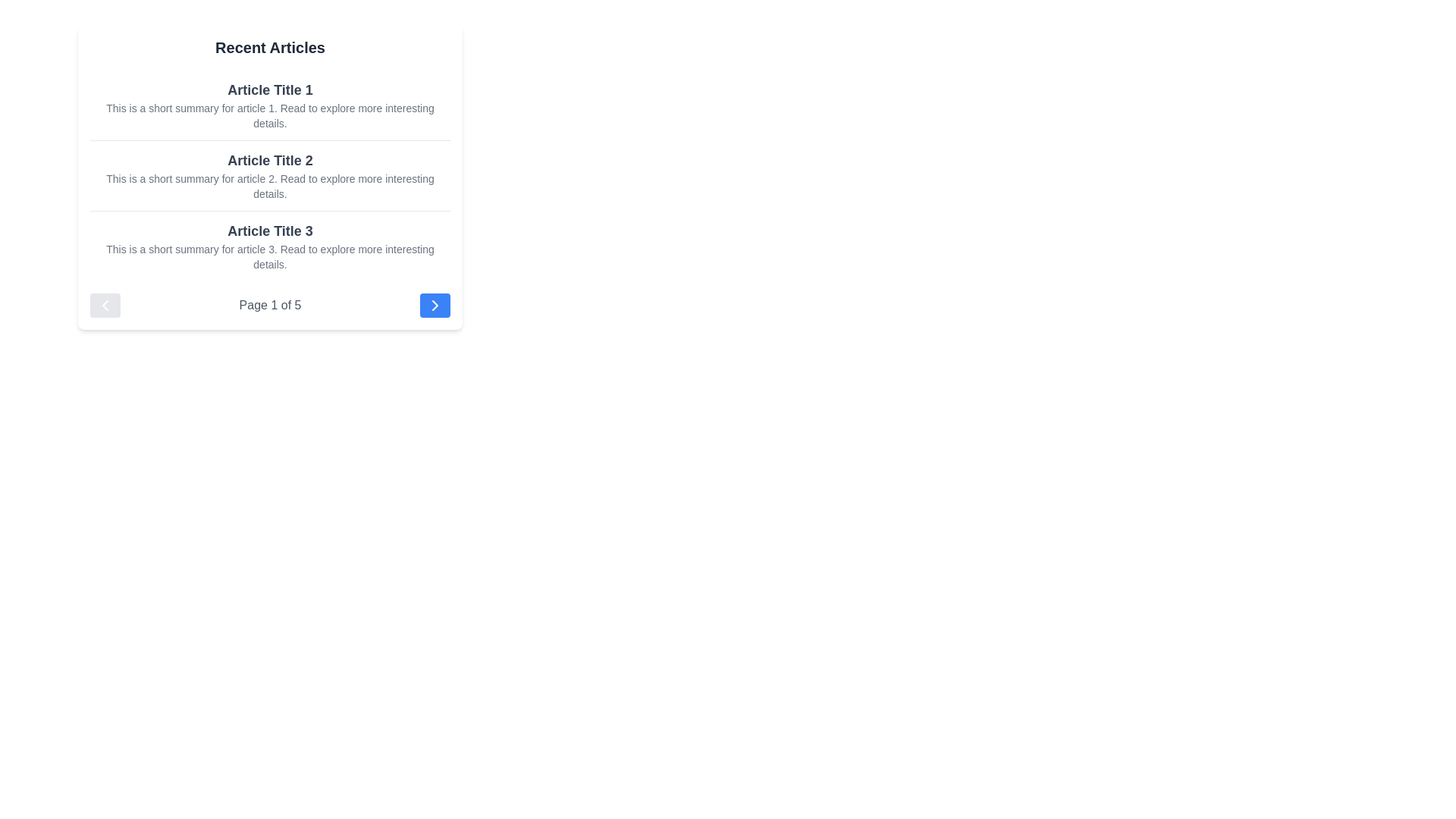 This screenshot has height=819, width=1456. What do you see at coordinates (270, 256) in the screenshot?
I see `the text element located directly beneath the heading 'Article Title 3', which provides a summary of the article` at bounding box center [270, 256].